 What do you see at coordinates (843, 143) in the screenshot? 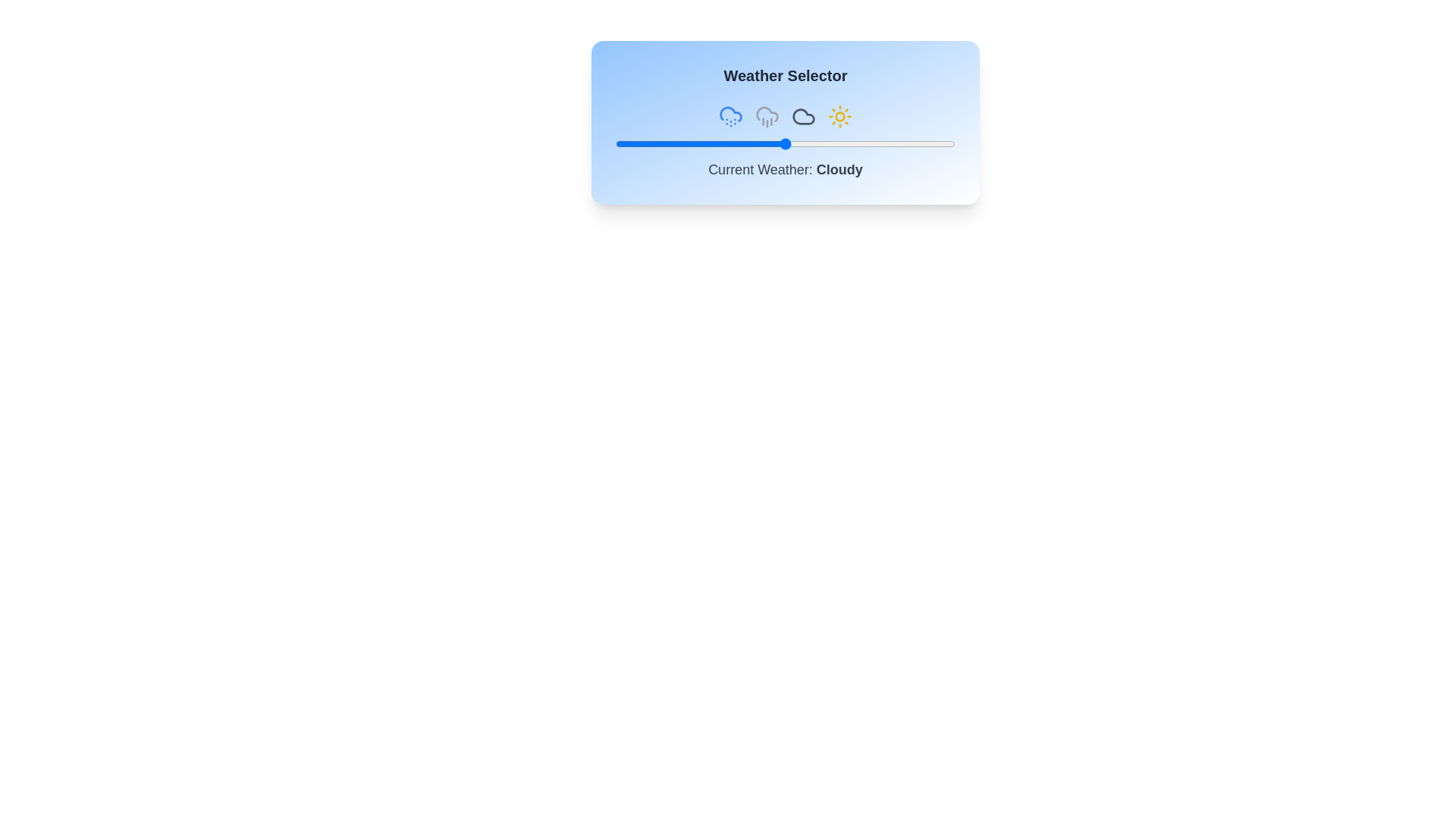
I see `the weather slider to 67%, where 67 is a value between 0 and 100` at bounding box center [843, 143].